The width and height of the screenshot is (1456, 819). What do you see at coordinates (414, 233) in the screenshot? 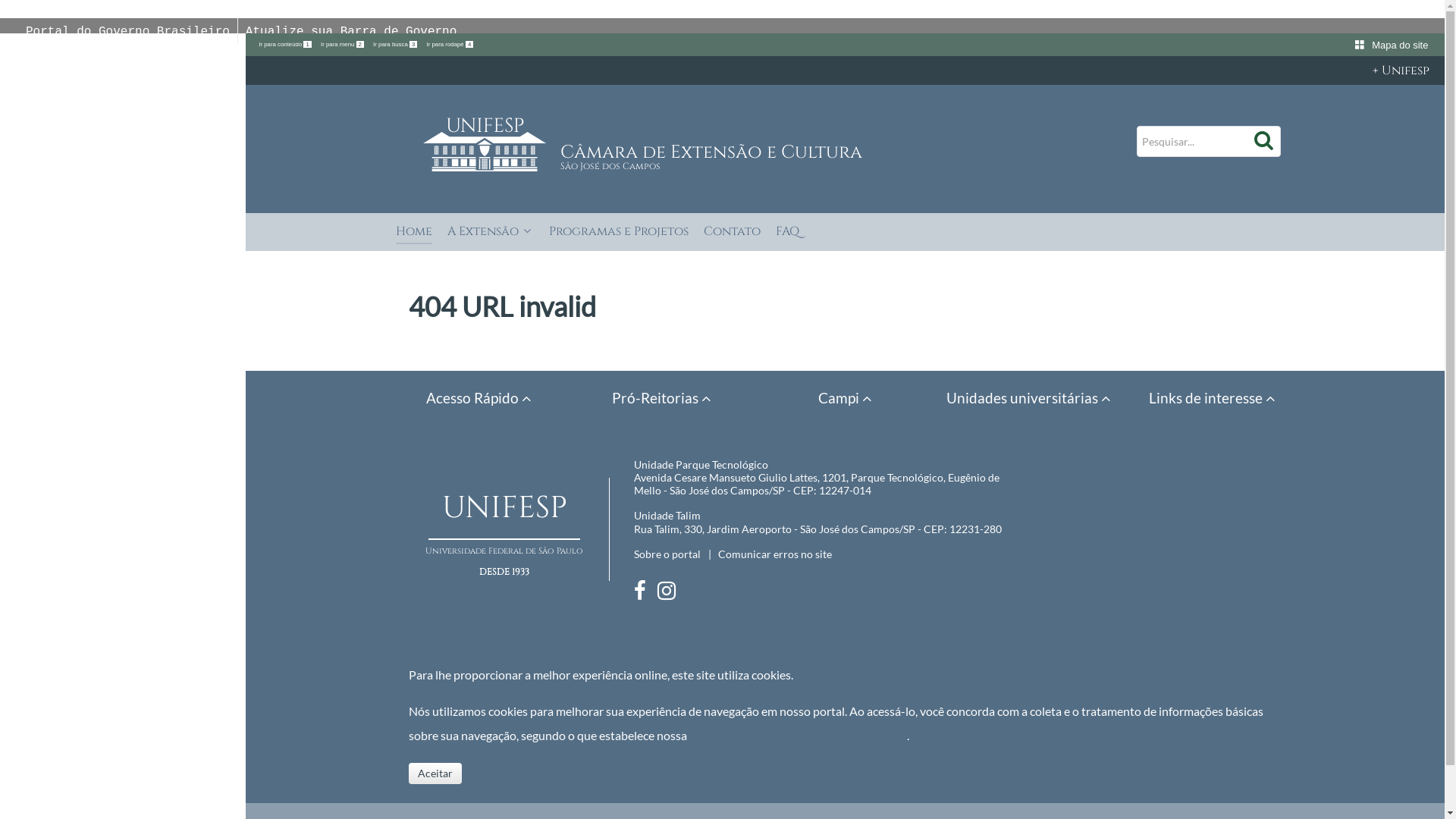
I see `'Home'` at bounding box center [414, 233].